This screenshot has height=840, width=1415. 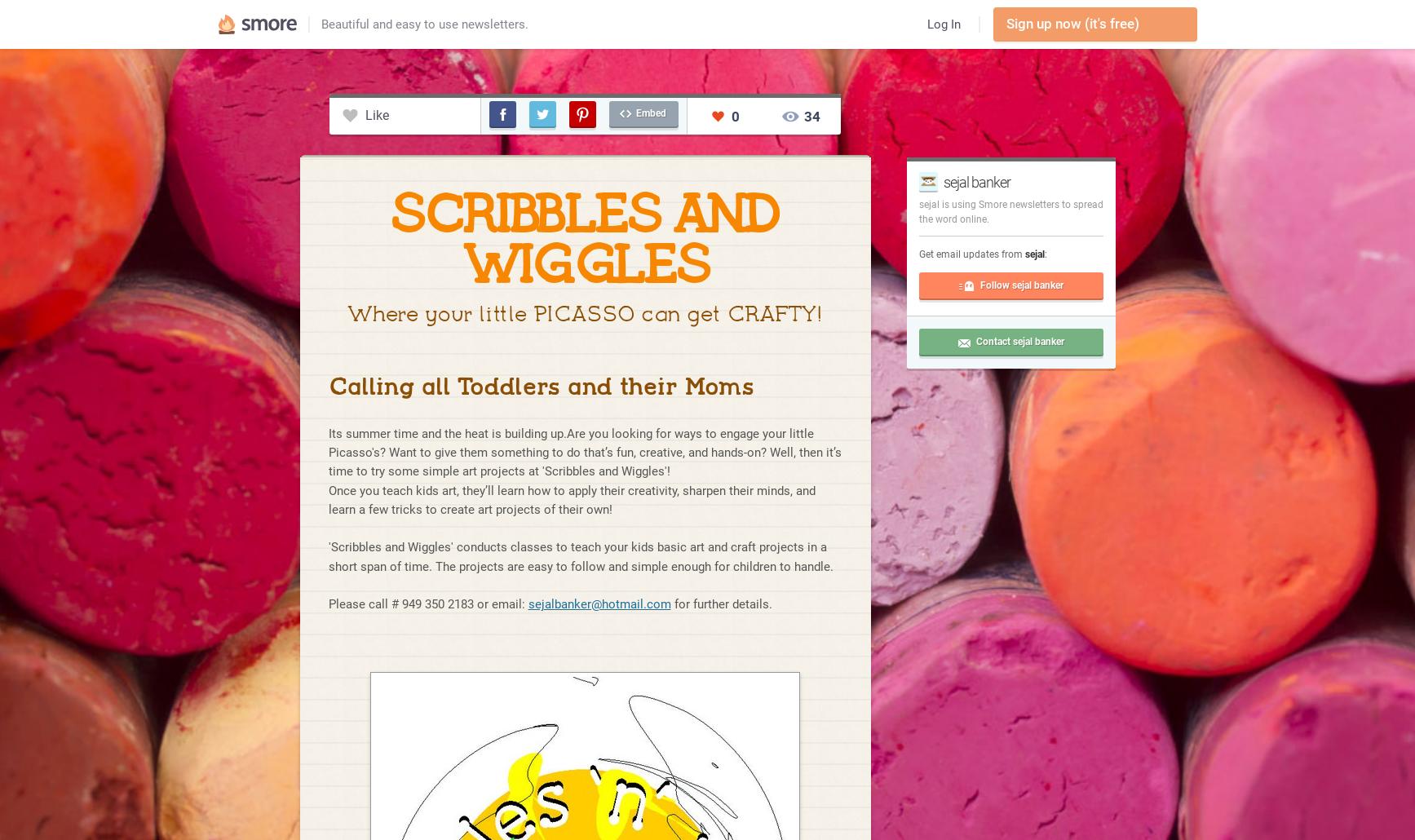 I want to click on 'Contact sejal banker', so click(x=1019, y=342).